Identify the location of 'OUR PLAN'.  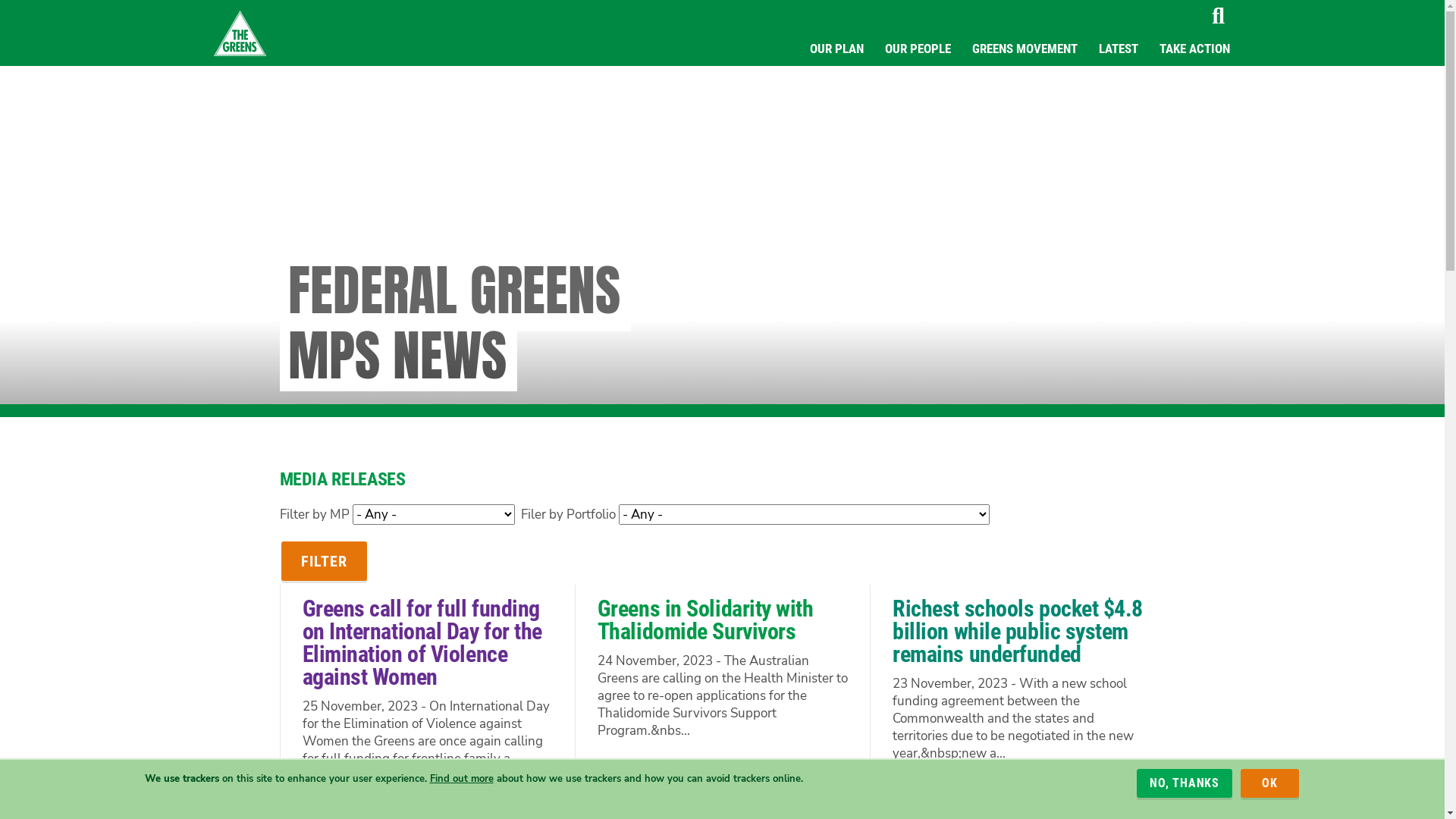
(836, 48).